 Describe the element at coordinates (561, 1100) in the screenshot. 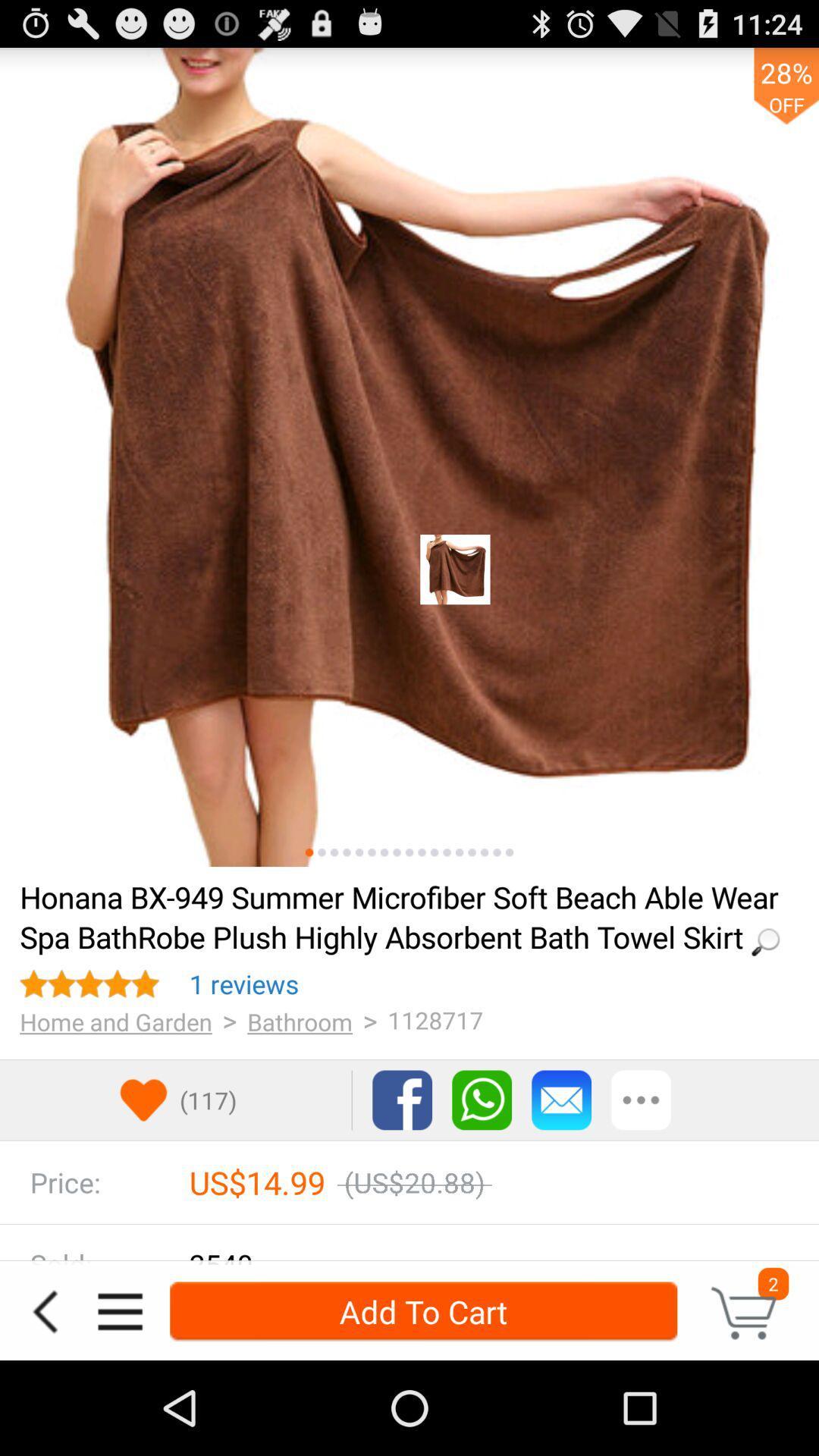

I see `share item by email` at that location.